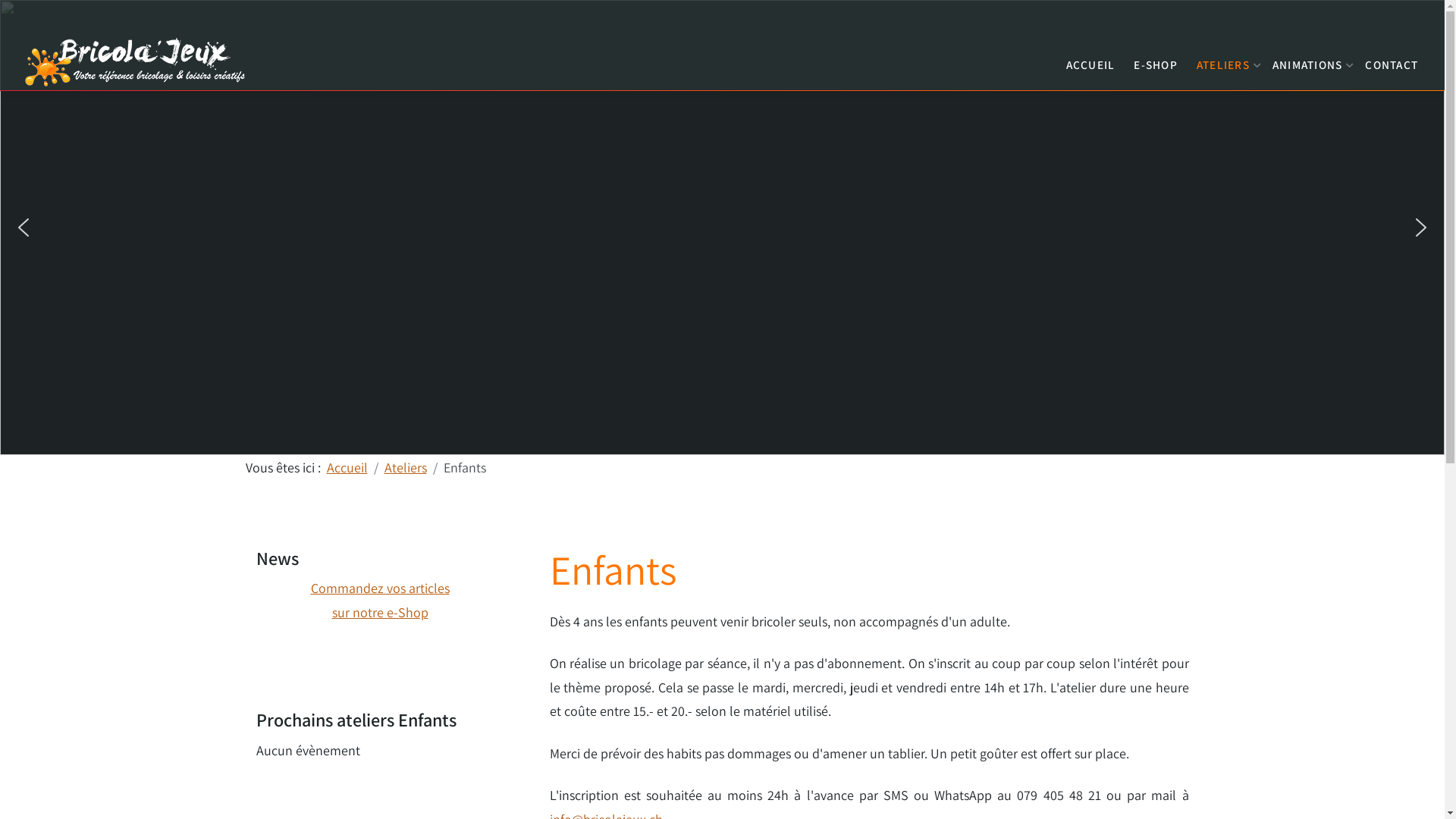 This screenshot has width=1456, height=819. Describe the element at coordinates (309, 599) in the screenshot. I see `'Commandez vos articles` at that location.